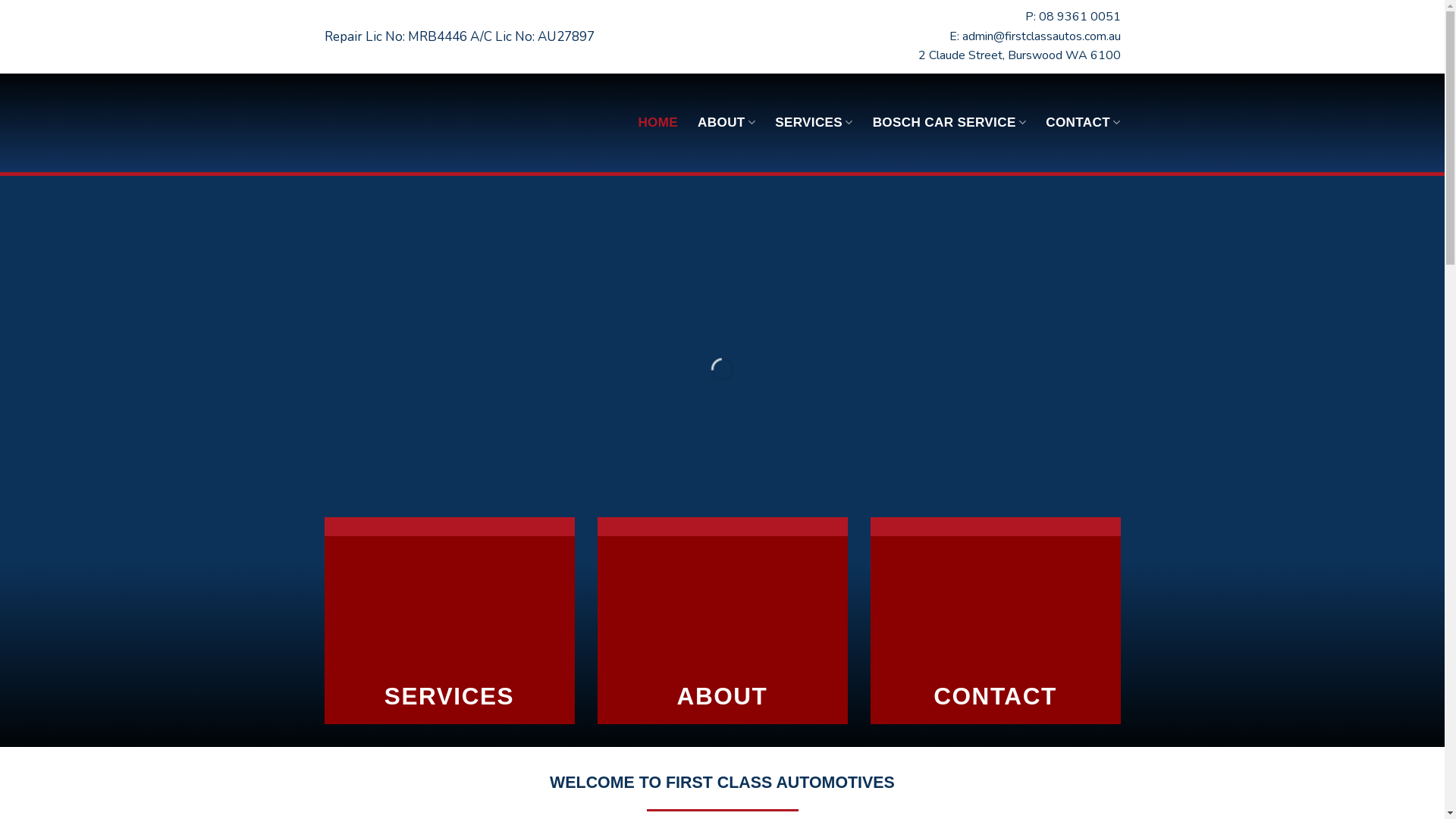 This screenshot has width=1456, height=819. I want to click on 'E: admin@firstclassautos.com.au', so click(949, 35).